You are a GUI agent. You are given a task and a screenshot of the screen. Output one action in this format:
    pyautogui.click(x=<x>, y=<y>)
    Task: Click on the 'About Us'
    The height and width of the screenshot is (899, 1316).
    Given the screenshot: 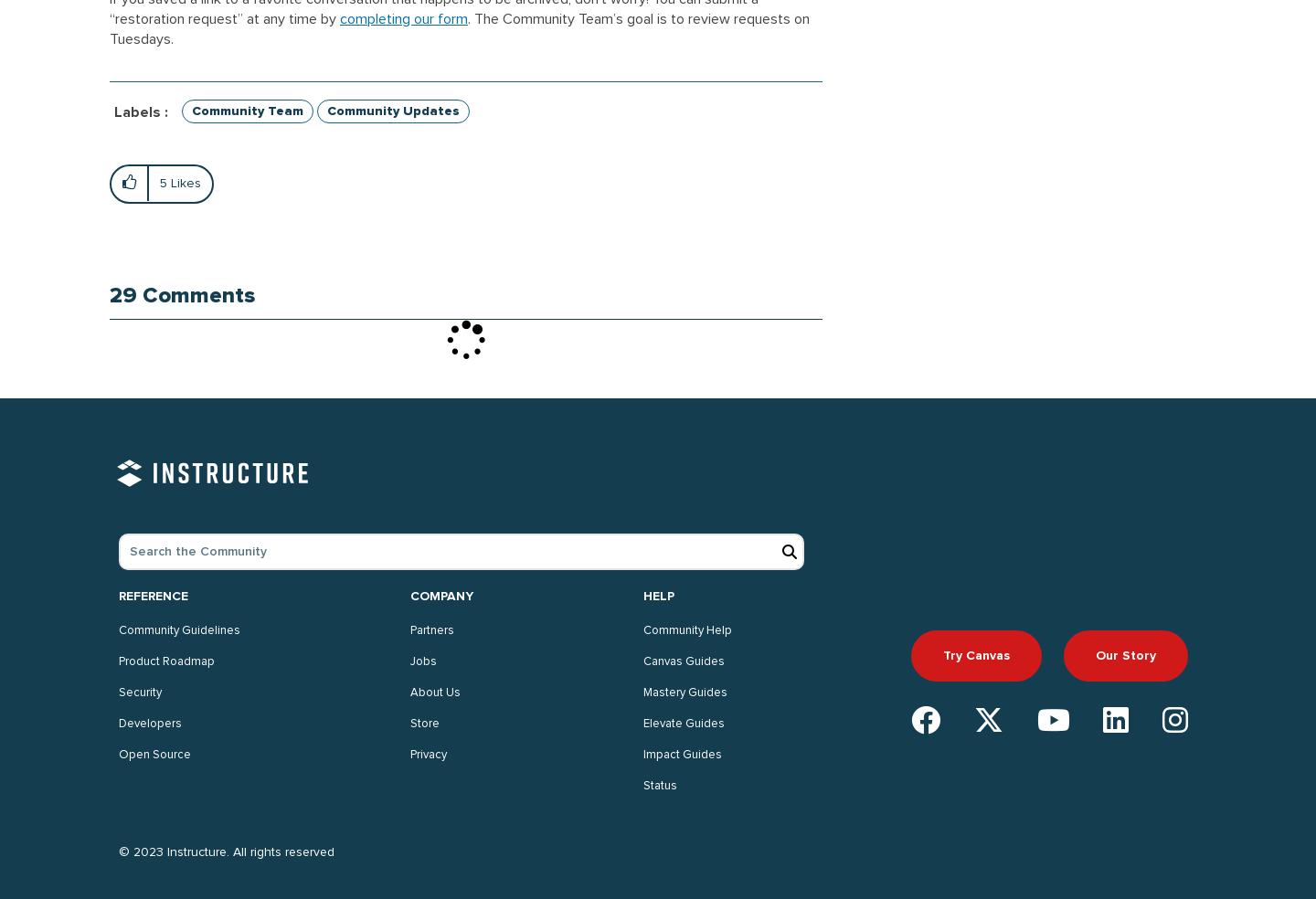 What is the action you would take?
    pyautogui.click(x=435, y=692)
    